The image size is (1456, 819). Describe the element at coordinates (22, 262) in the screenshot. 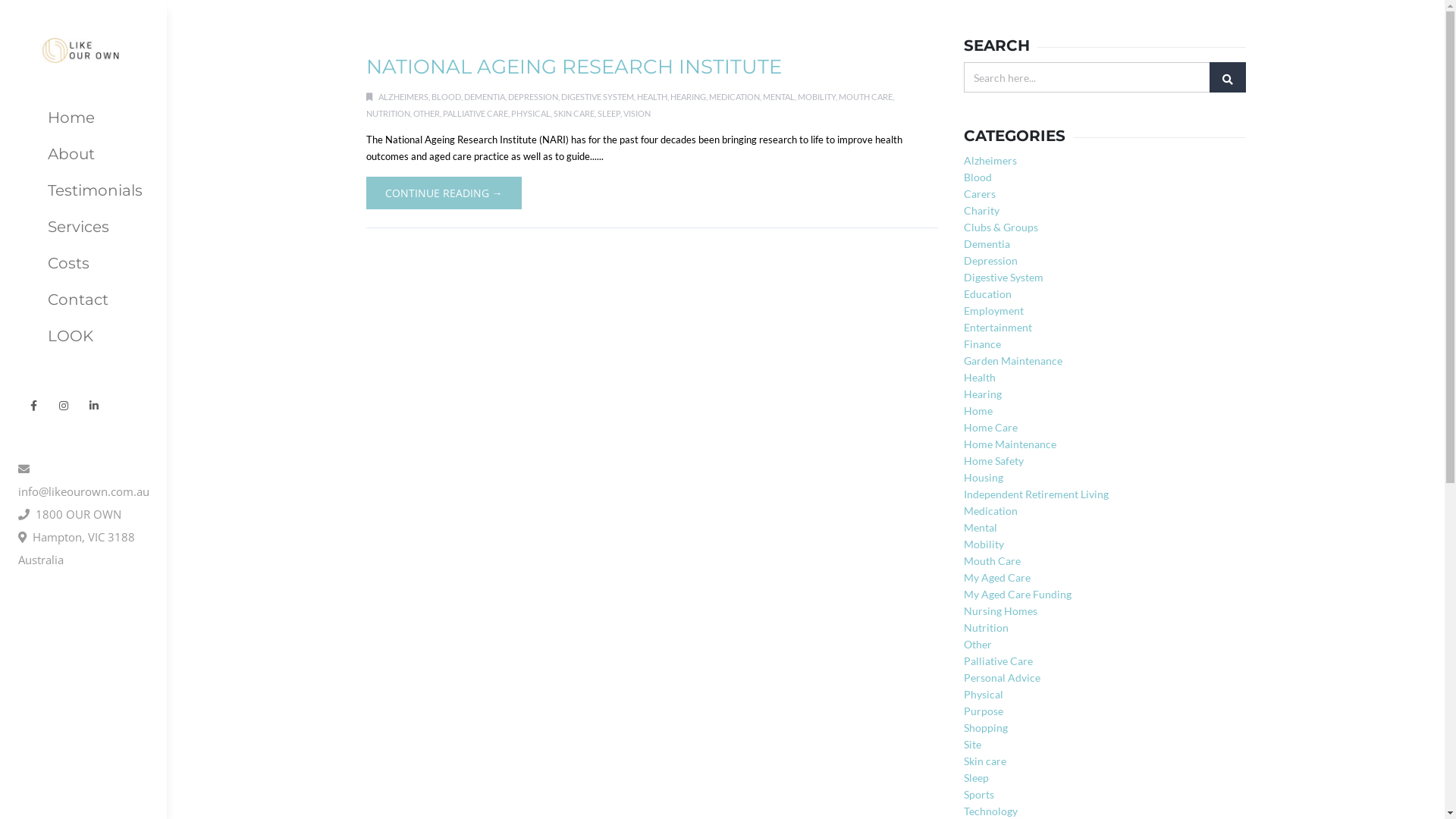

I see `'Costs'` at that location.